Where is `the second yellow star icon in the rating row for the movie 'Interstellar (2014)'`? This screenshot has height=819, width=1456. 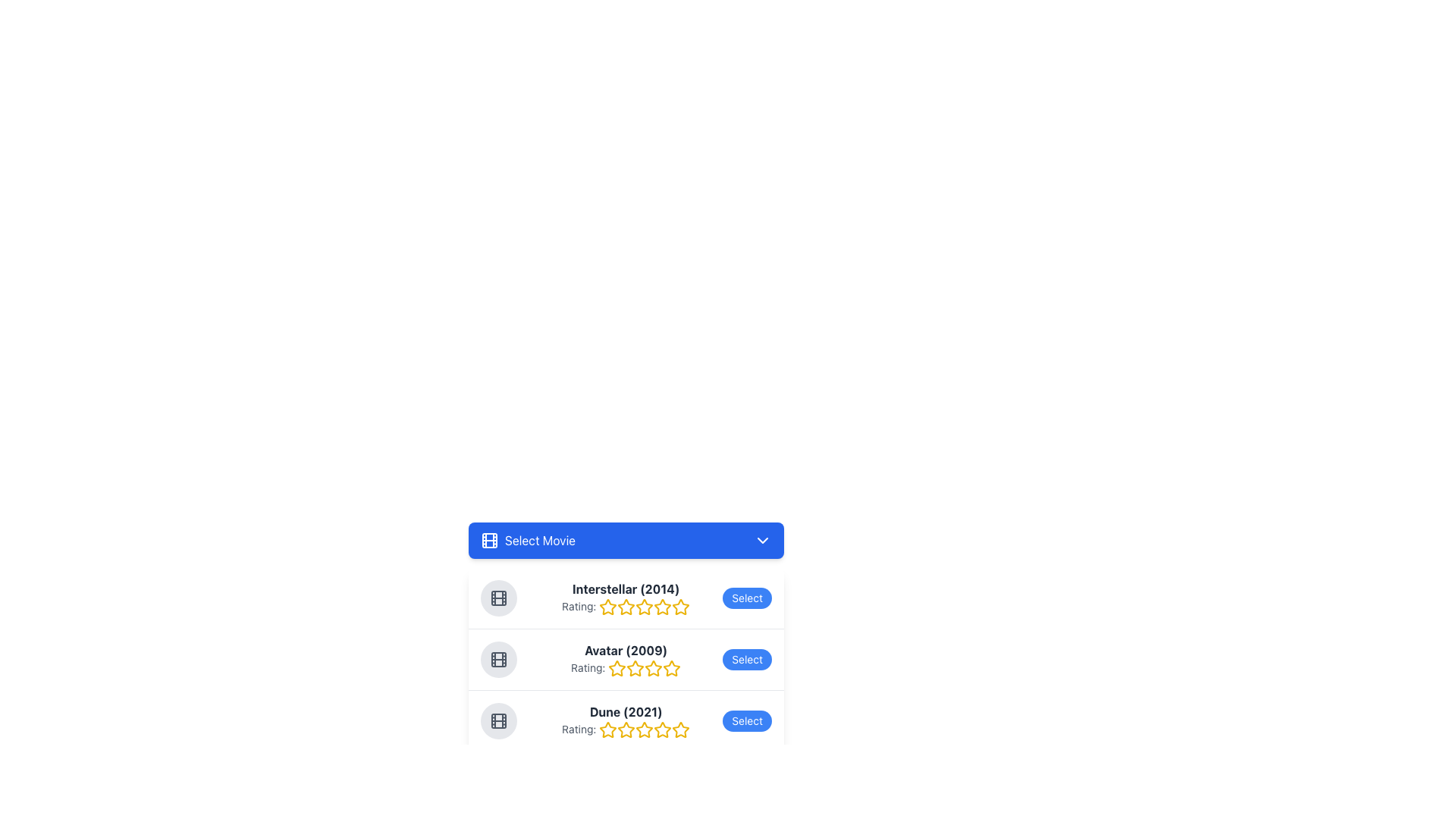
the second yellow star icon in the rating row for the movie 'Interstellar (2014)' is located at coordinates (626, 606).